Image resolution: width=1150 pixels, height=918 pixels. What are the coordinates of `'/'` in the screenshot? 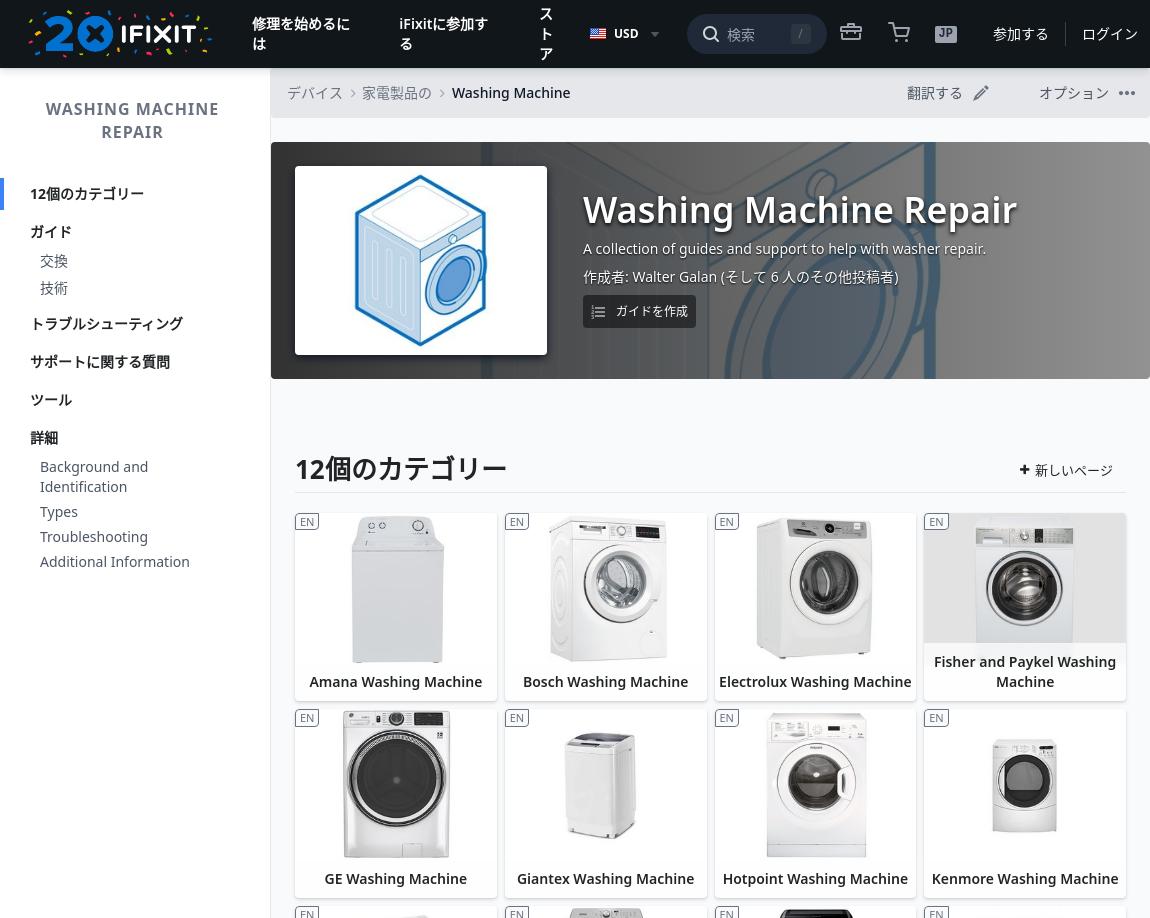 It's located at (799, 33).